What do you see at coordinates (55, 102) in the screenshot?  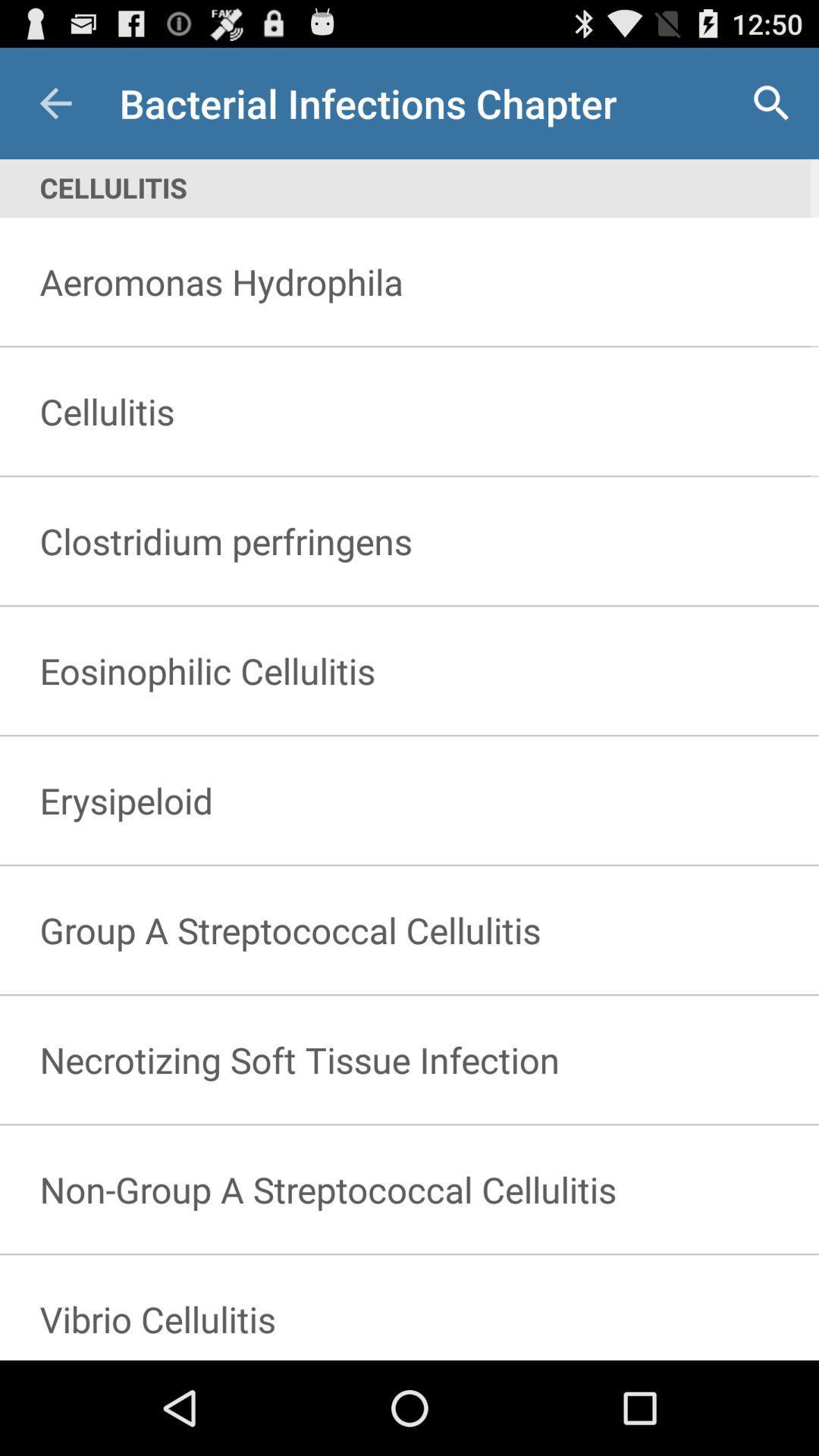 I see `item to the left of the bacterial infections chapter icon` at bounding box center [55, 102].